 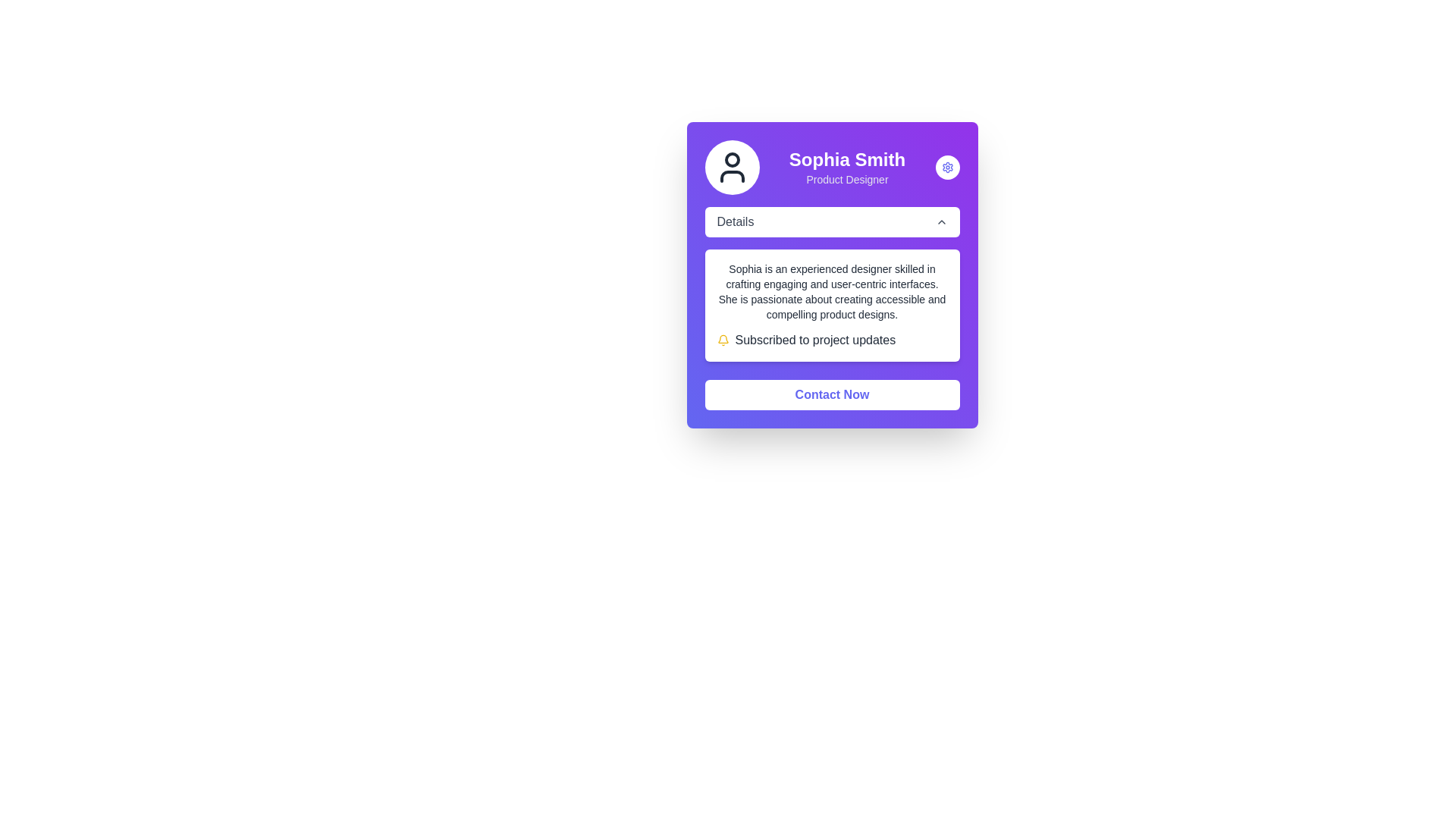 What do you see at coordinates (831, 394) in the screenshot?
I see `the 'Contact Now' button` at bounding box center [831, 394].